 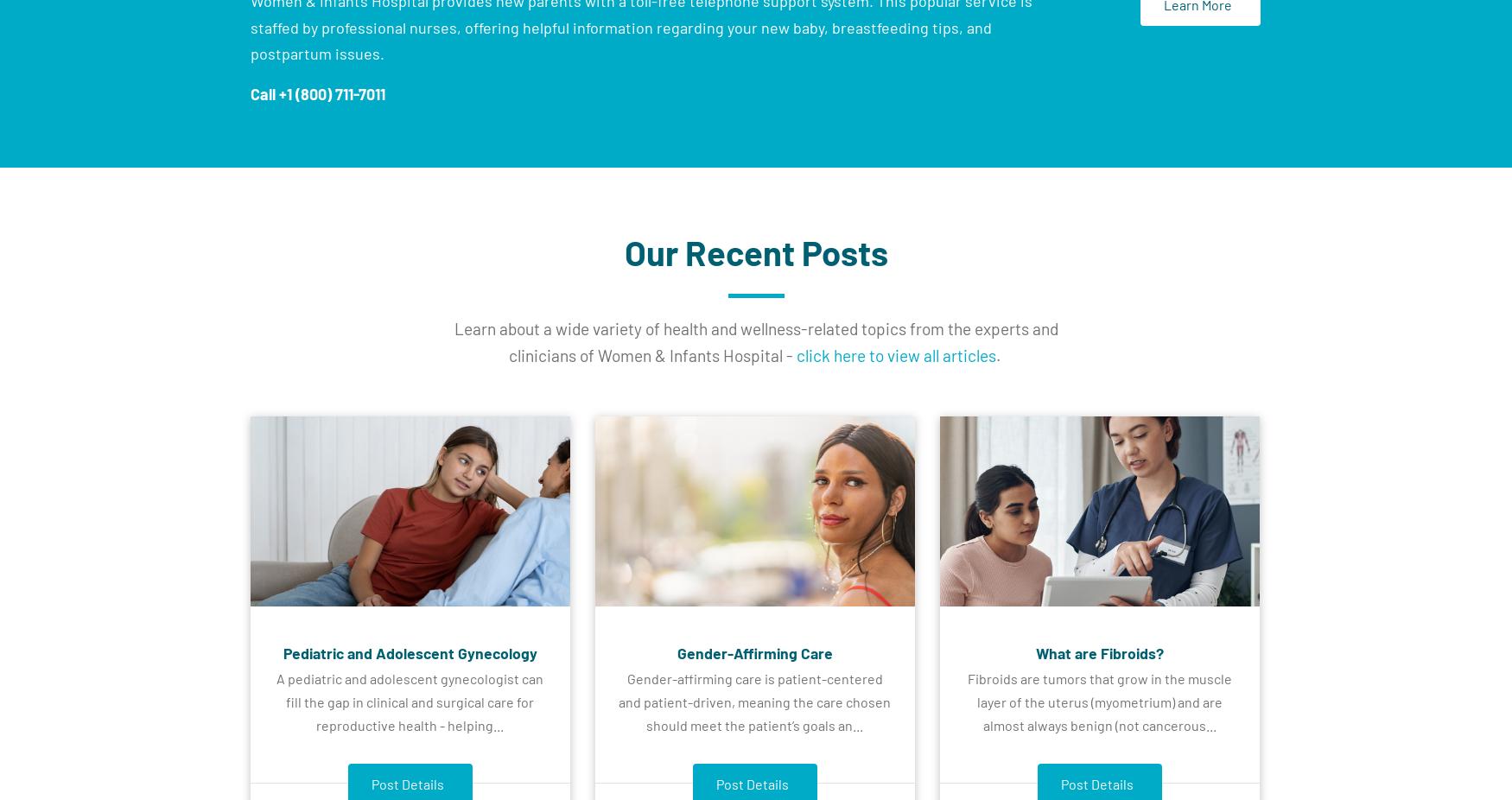 What do you see at coordinates (683, 327) in the screenshot?
I see `'health'` at bounding box center [683, 327].